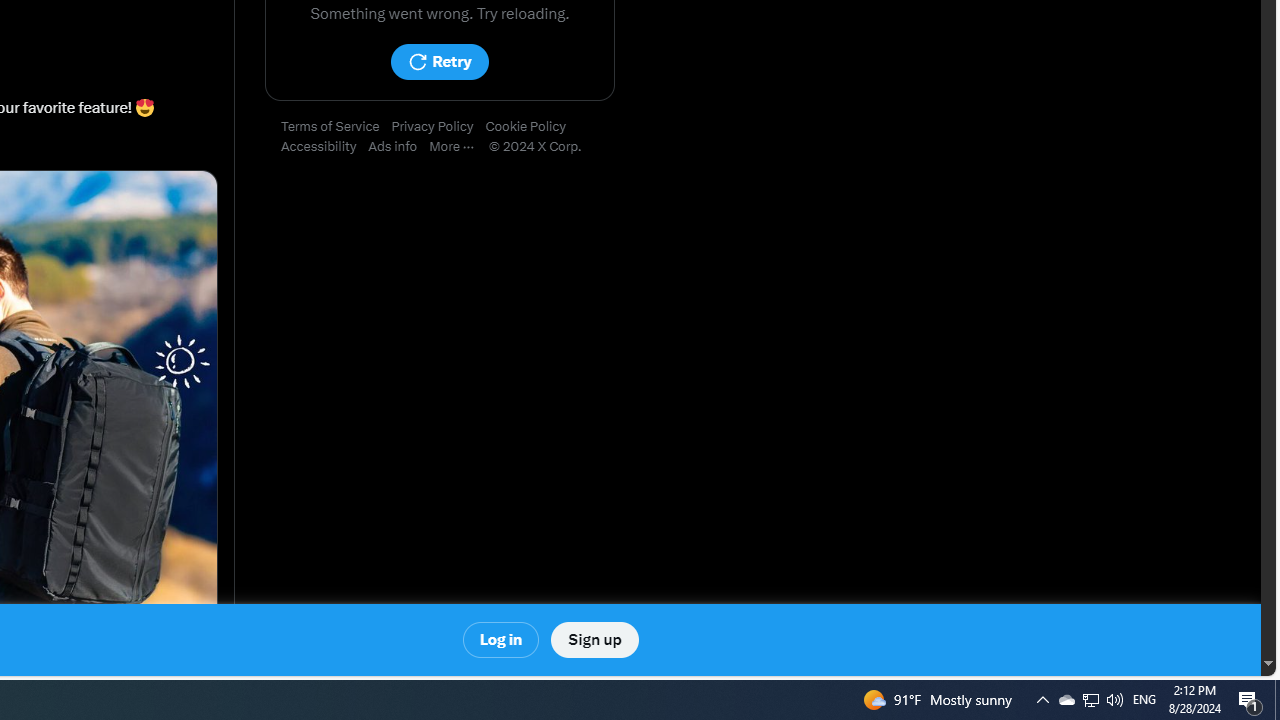  What do you see at coordinates (531, 127) in the screenshot?
I see `'Cookie Policy'` at bounding box center [531, 127].